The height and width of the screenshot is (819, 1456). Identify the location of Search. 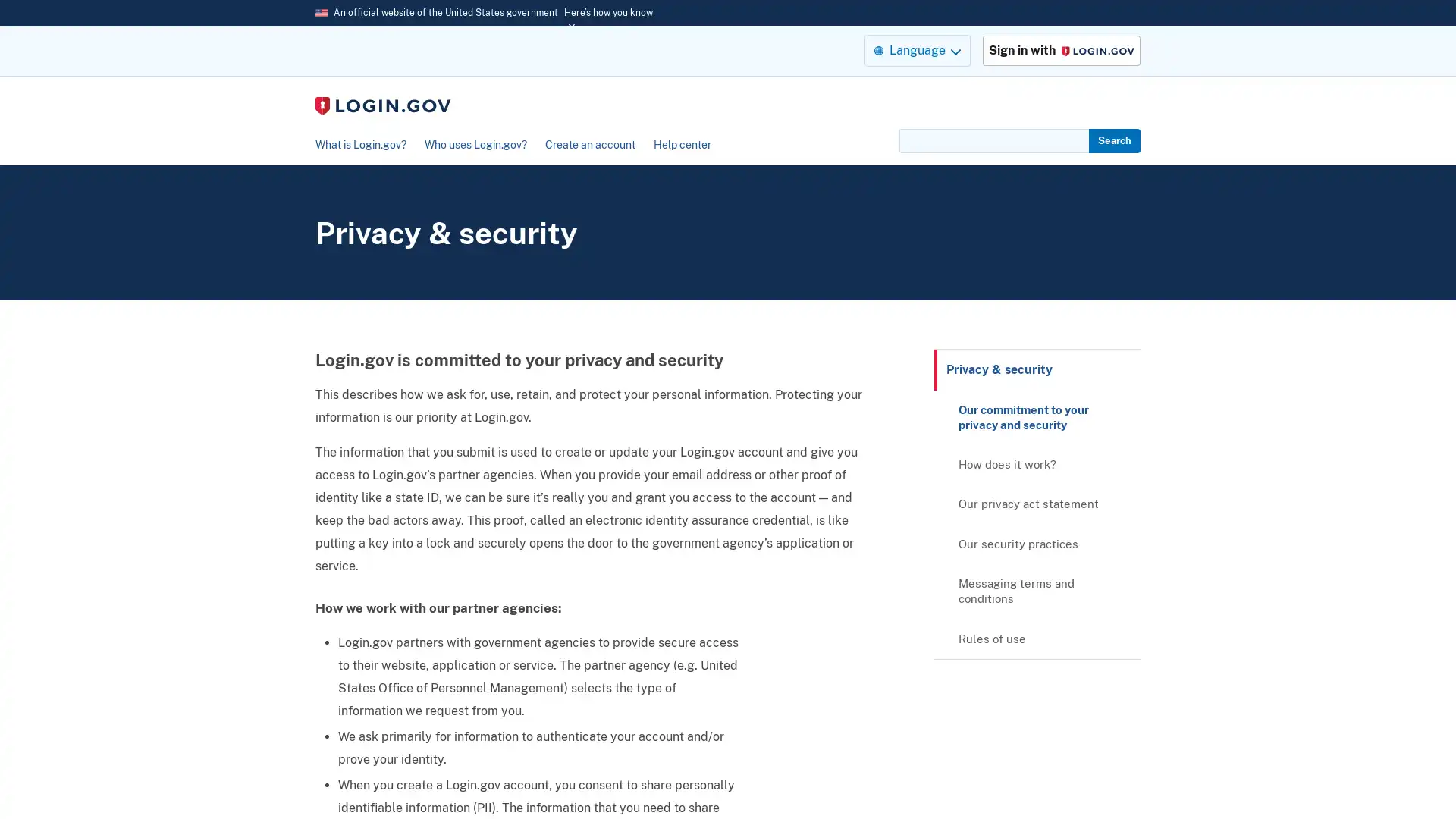
(1114, 140).